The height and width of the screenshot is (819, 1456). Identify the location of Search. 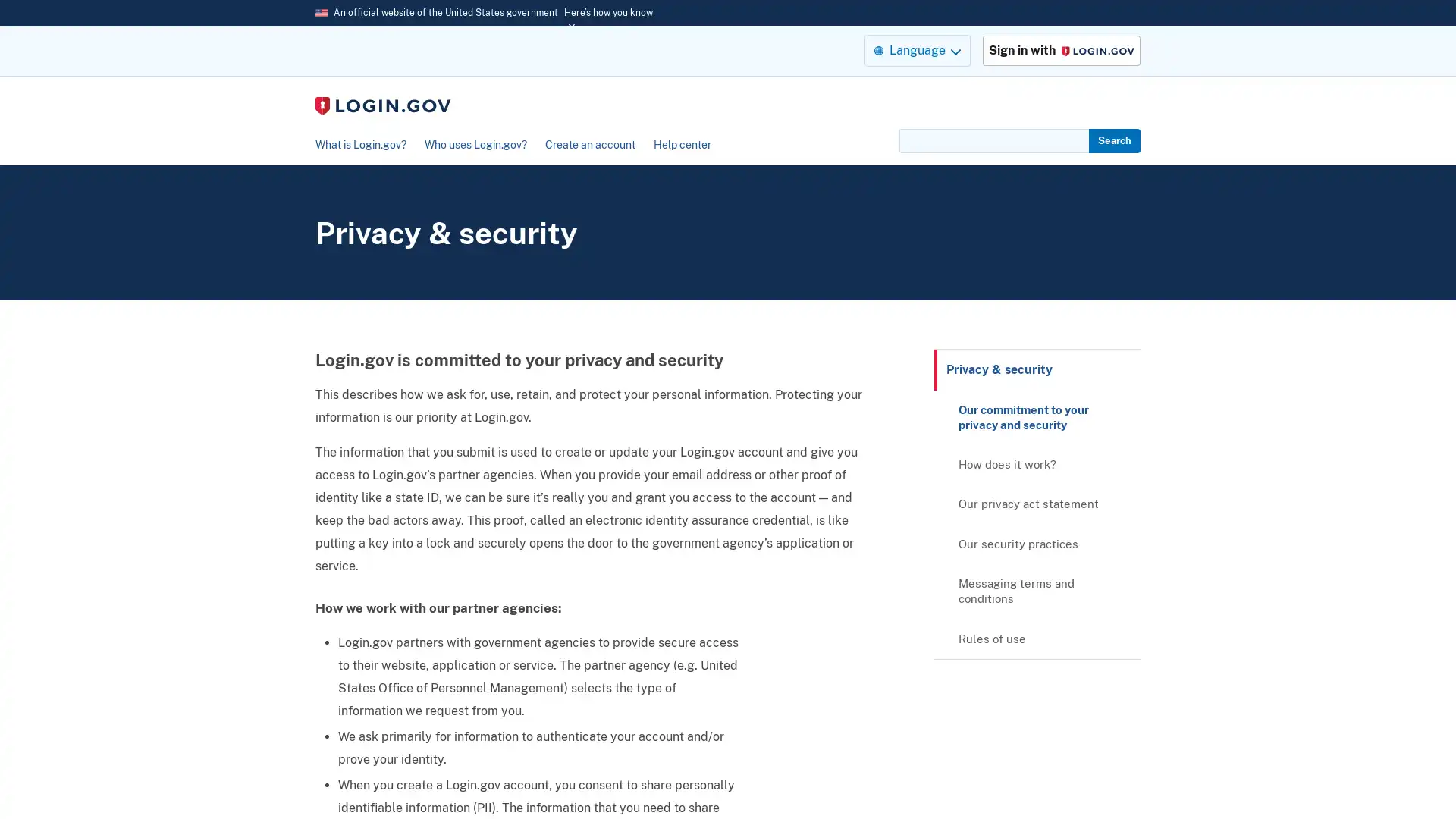
(1114, 140).